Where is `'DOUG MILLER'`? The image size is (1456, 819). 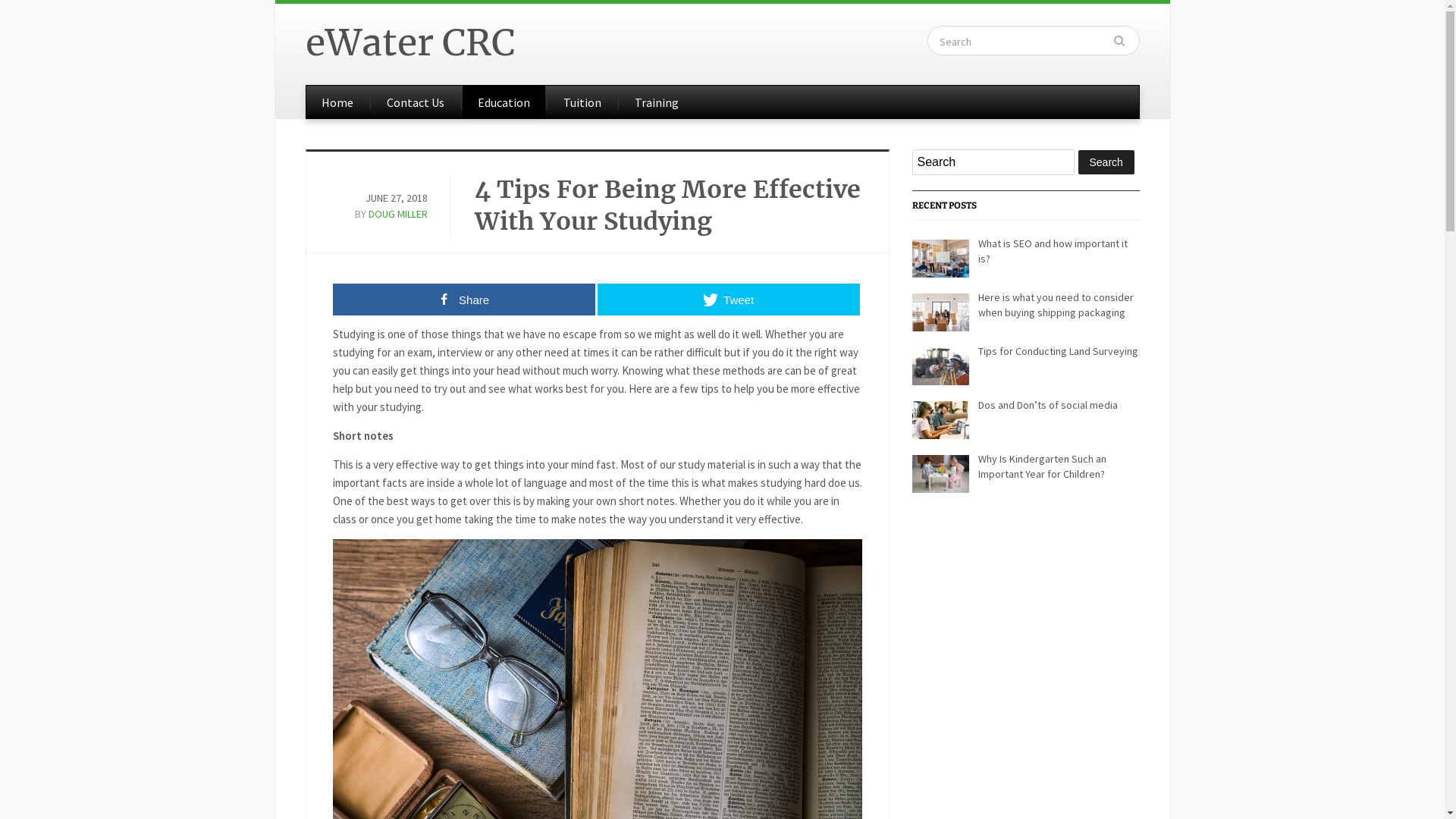 'DOUG MILLER' is located at coordinates (397, 213).